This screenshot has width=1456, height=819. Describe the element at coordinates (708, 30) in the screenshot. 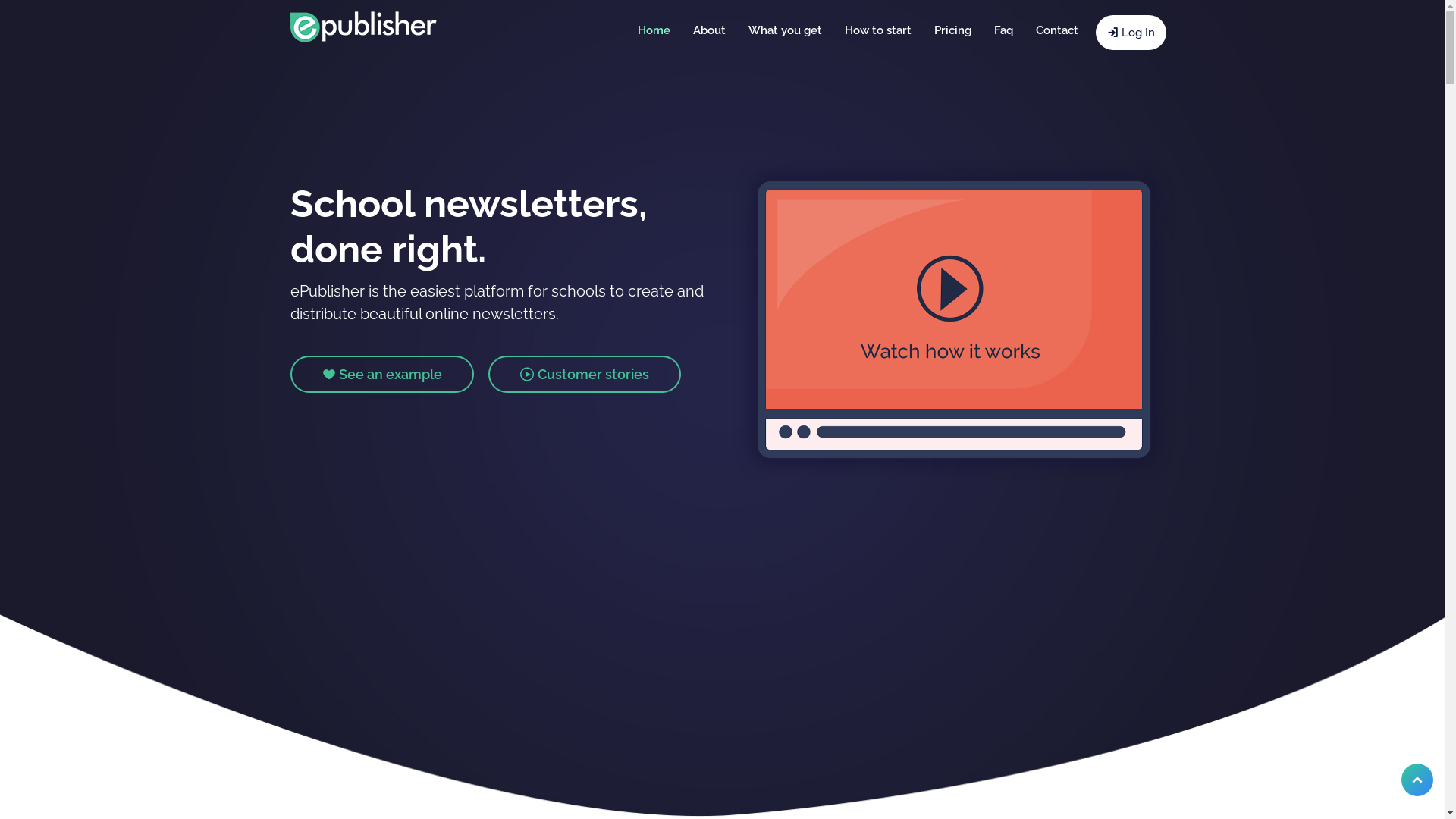

I see `'About'` at that location.